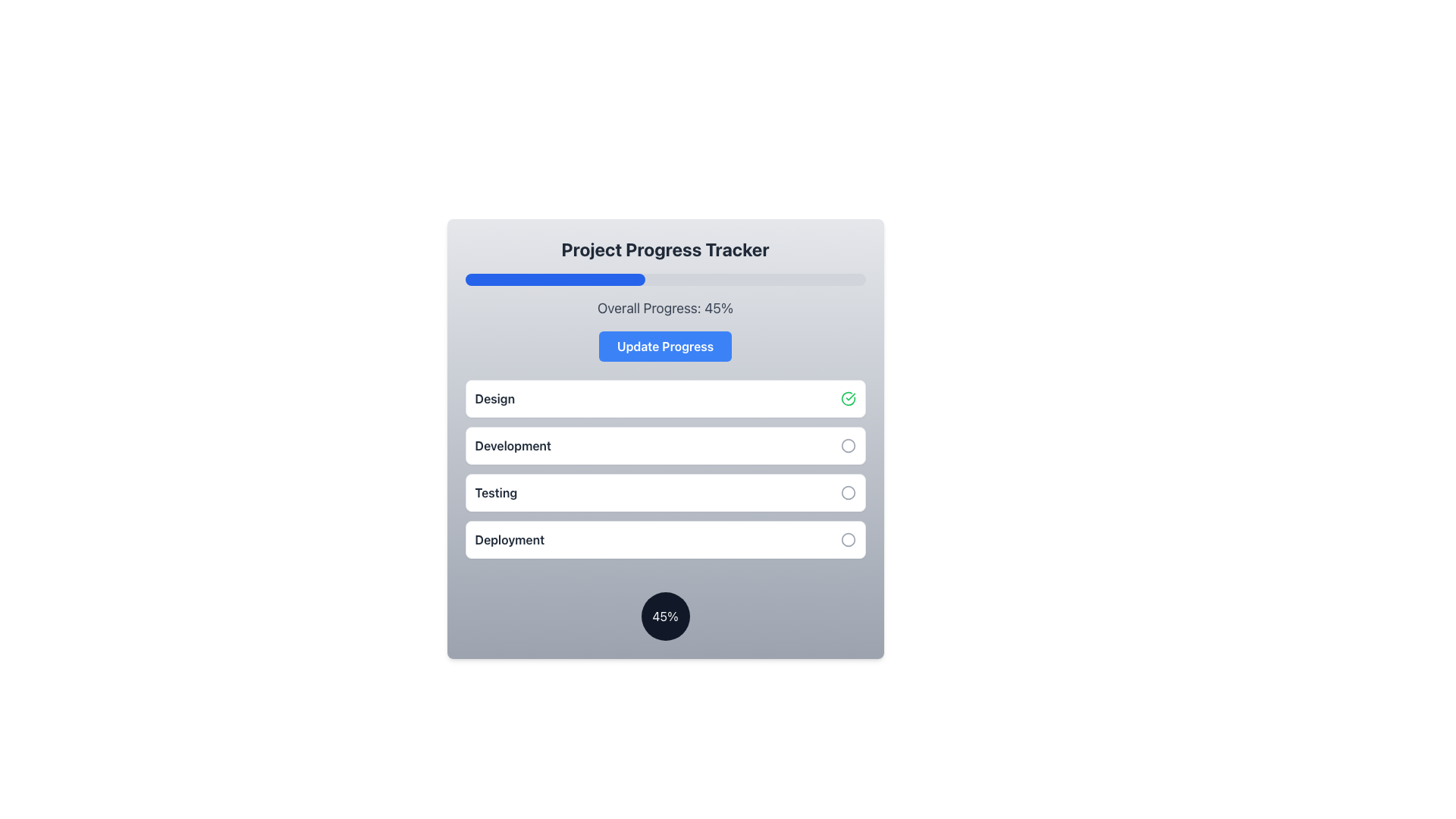 This screenshot has width=1456, height=819. I want to click on the SVG Circle icon, which is a gray circular ring located to the right of the 'Development' label, associated with the second task in the task list, so click(847, 444).